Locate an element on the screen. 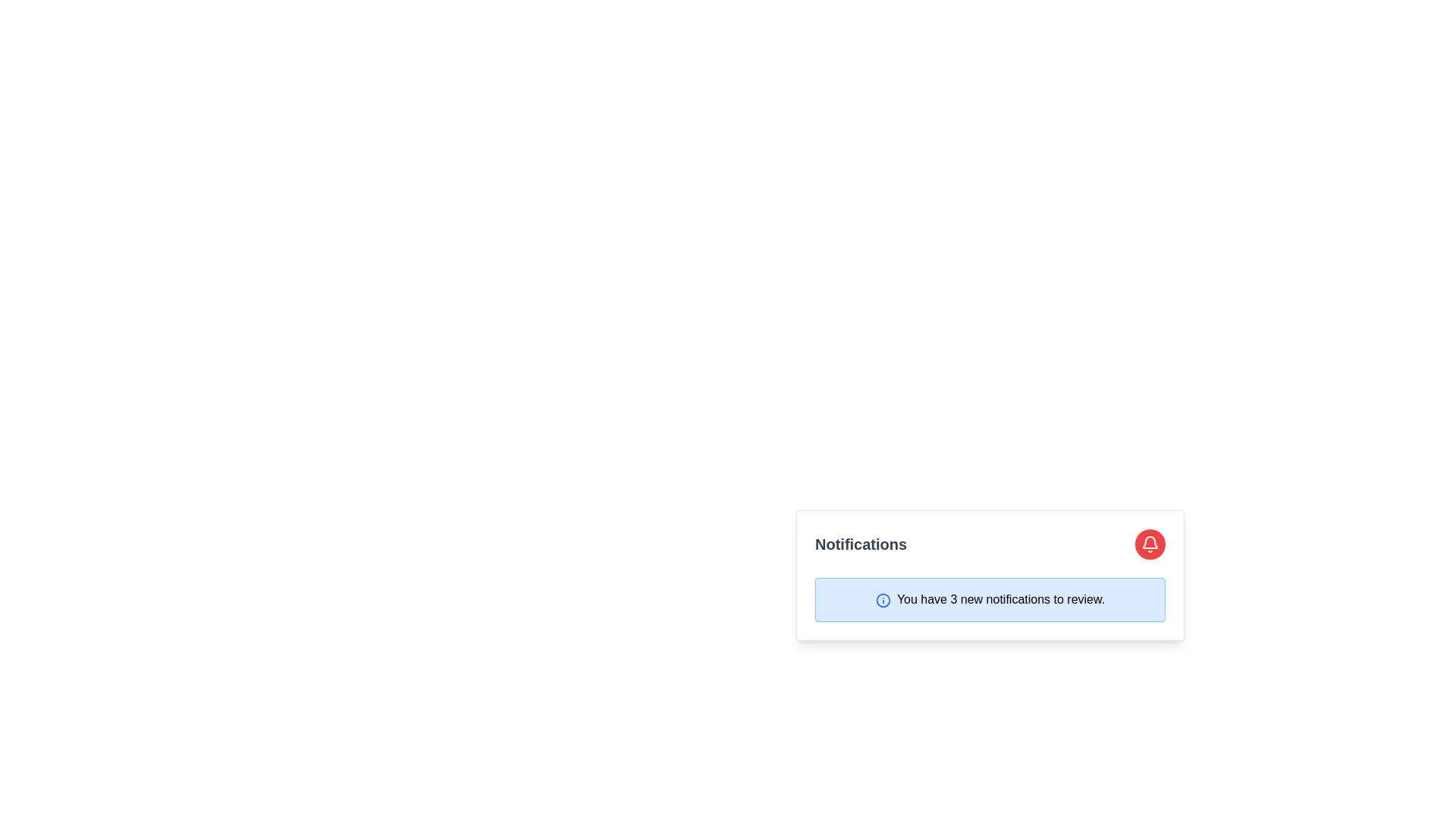  the blue circular informational icon located to the left of the text 'You have 3 new notifications to review.' is located at coordinates (883, 599).